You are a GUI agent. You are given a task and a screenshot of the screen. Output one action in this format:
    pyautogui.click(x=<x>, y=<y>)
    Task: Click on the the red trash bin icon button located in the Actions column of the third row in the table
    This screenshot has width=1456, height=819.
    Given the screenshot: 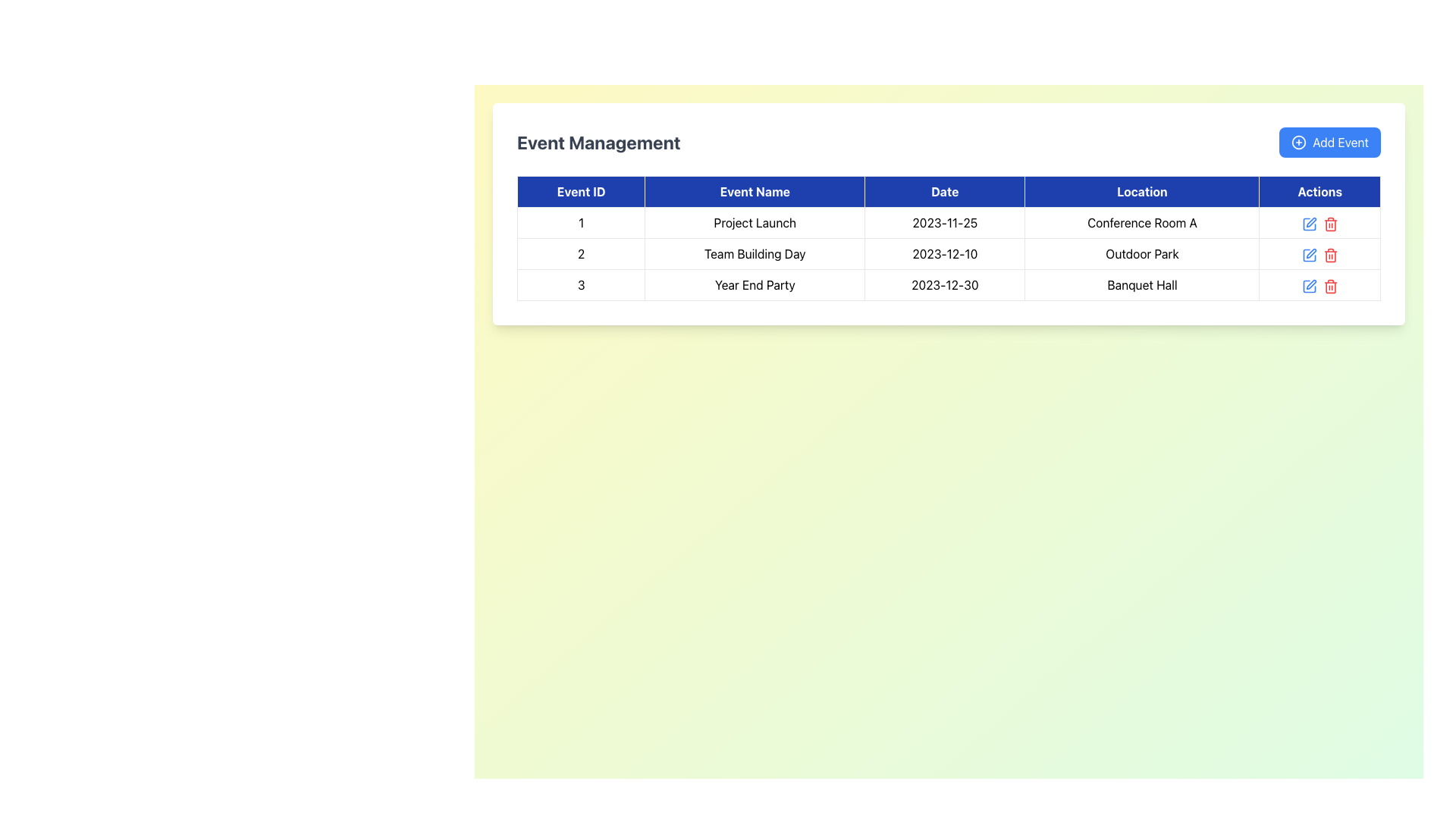 What is the action you would take?
    pyautogui.click(x=1329, y=286)
    